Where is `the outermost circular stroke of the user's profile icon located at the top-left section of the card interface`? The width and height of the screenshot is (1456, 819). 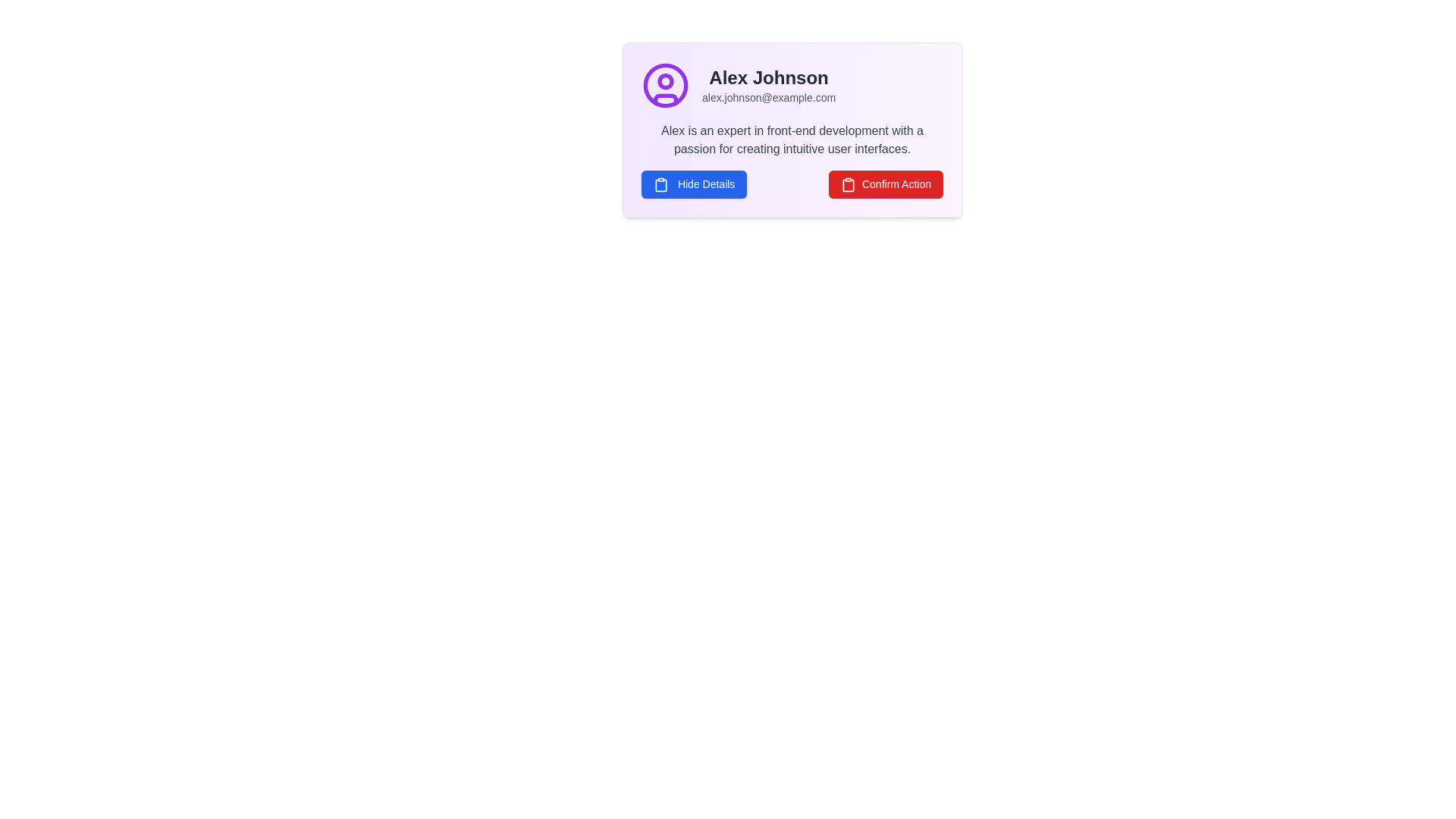
the outermost circular stroke of the user's profile icon located at the top-left section of the card interface is located at coordinates (666, 85).